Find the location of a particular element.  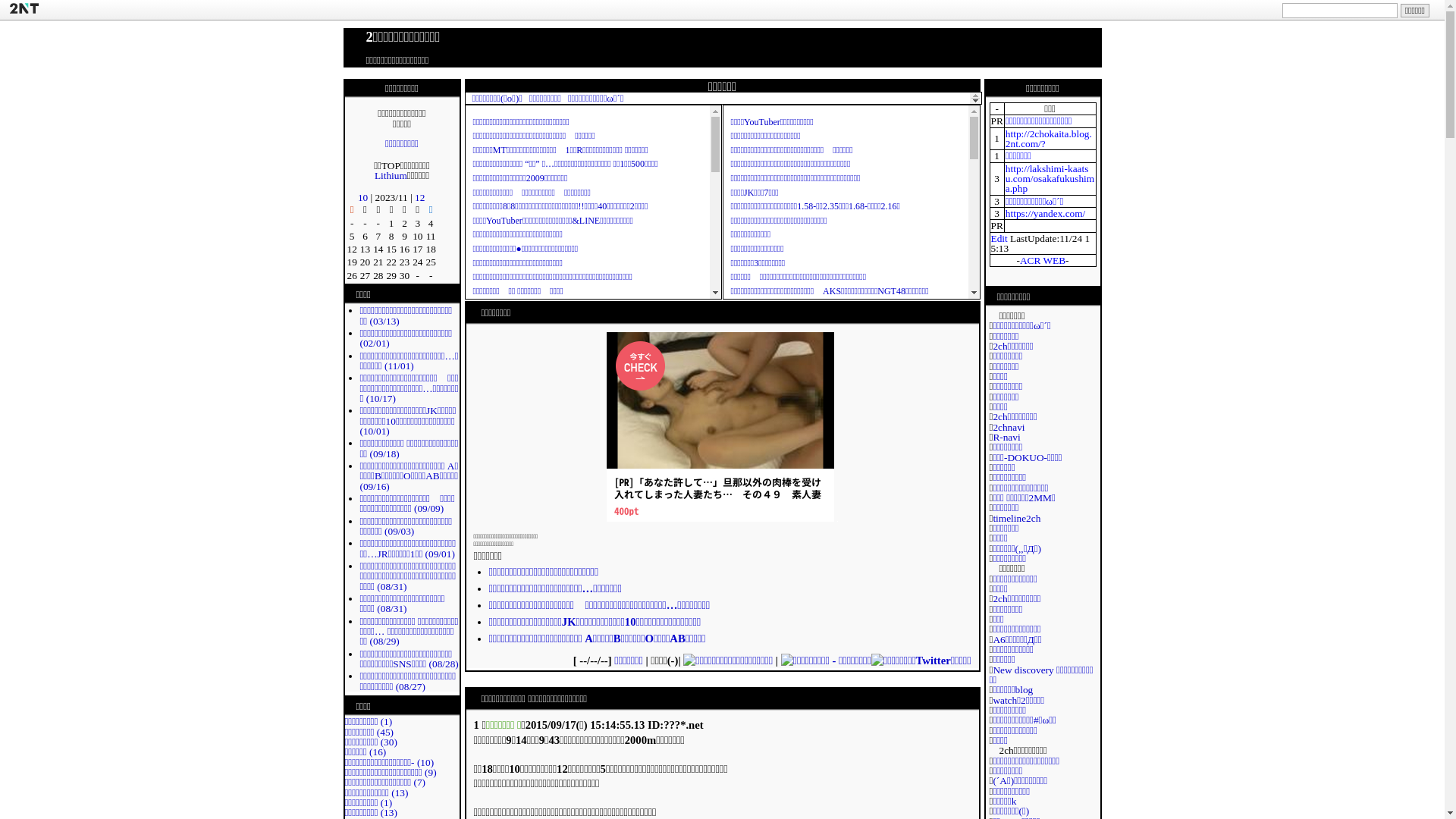

'ACR WEB' is located at coordinates (1041, 259).